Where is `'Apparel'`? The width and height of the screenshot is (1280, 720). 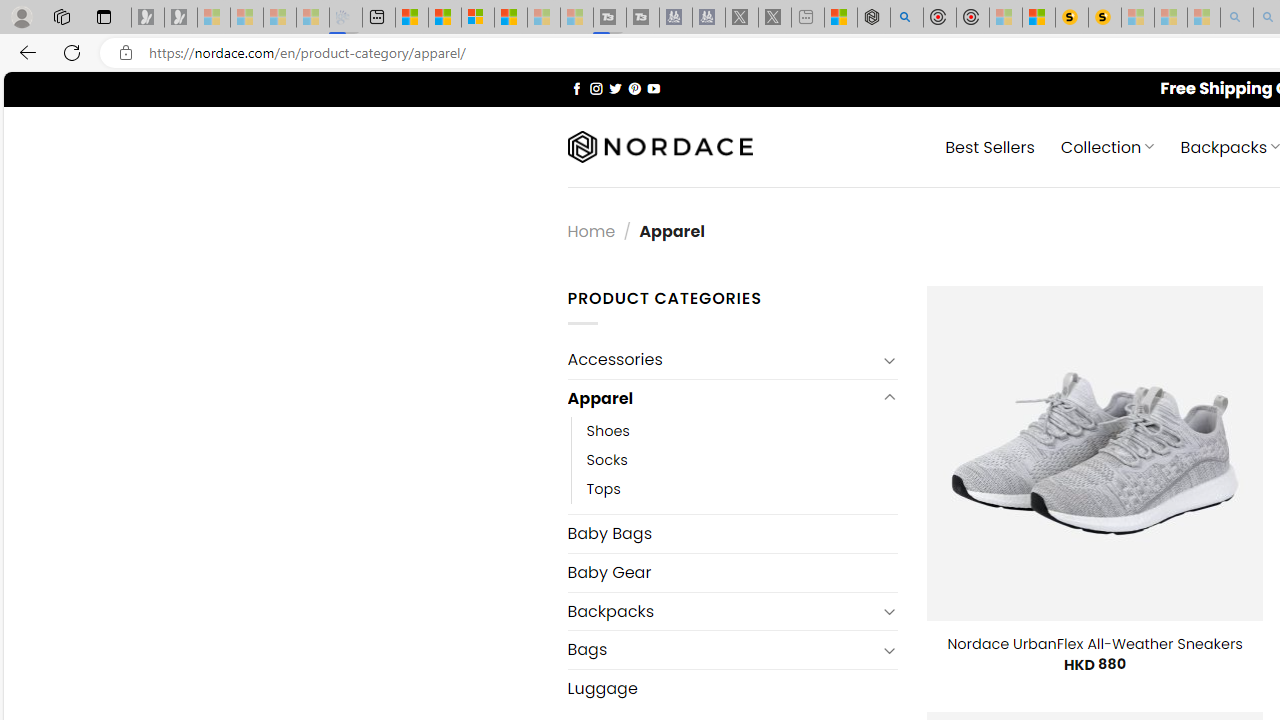
'Apparel' is located at coordinates (720, 398).